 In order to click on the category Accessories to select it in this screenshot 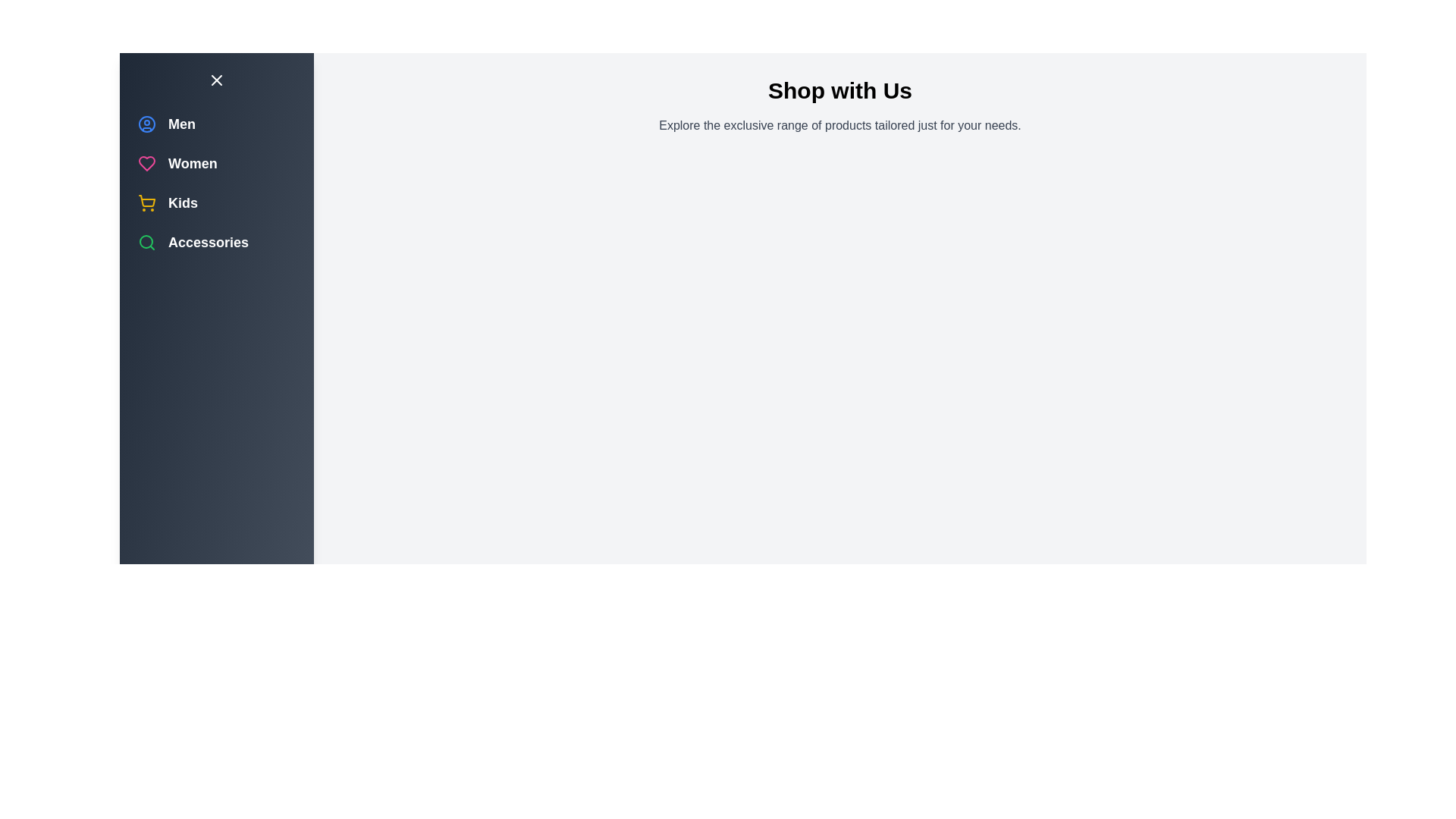, I will do `click(146, 242)`.